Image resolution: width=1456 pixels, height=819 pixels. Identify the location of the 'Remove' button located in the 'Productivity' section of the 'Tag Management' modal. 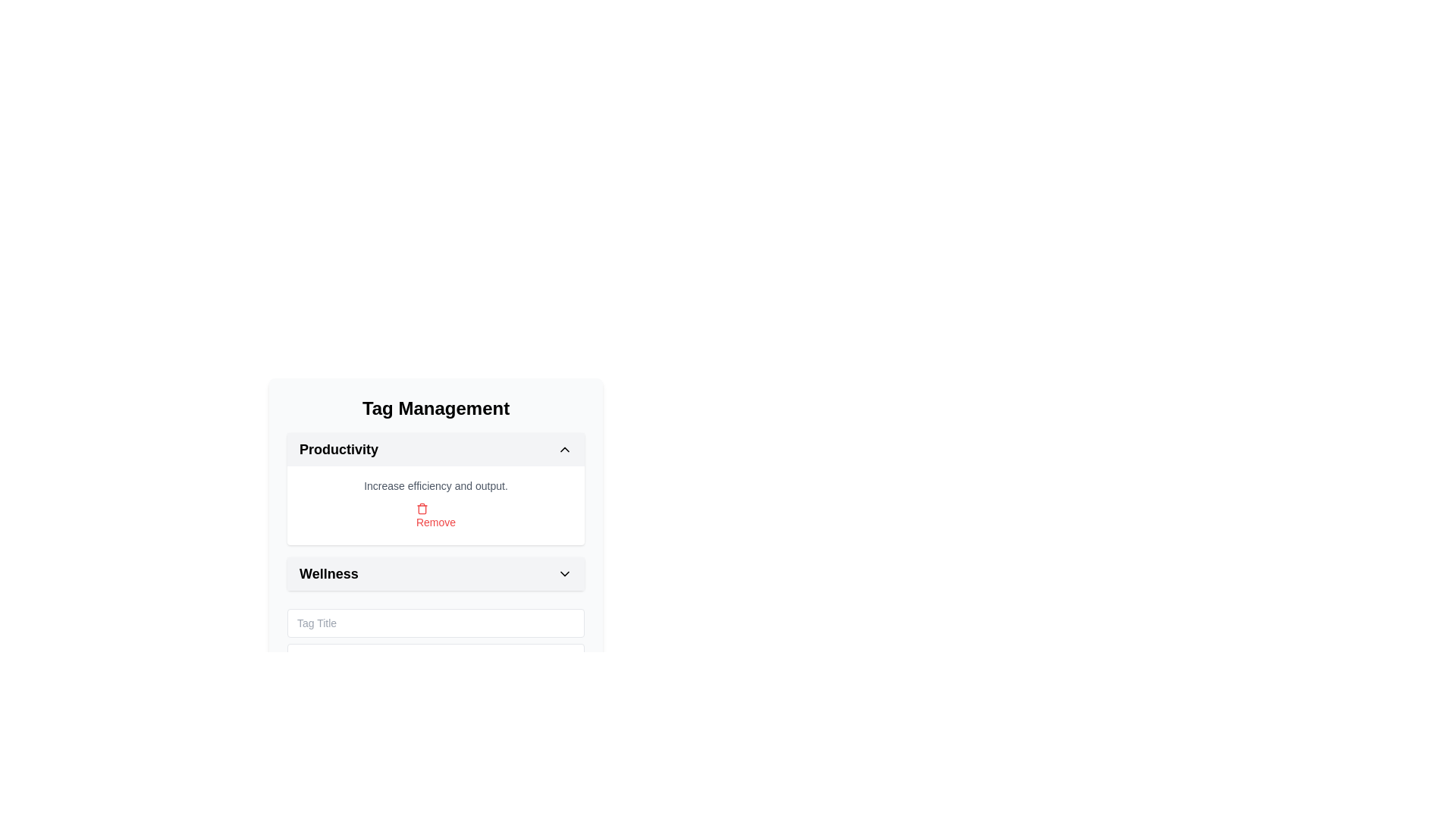
(435, 506).